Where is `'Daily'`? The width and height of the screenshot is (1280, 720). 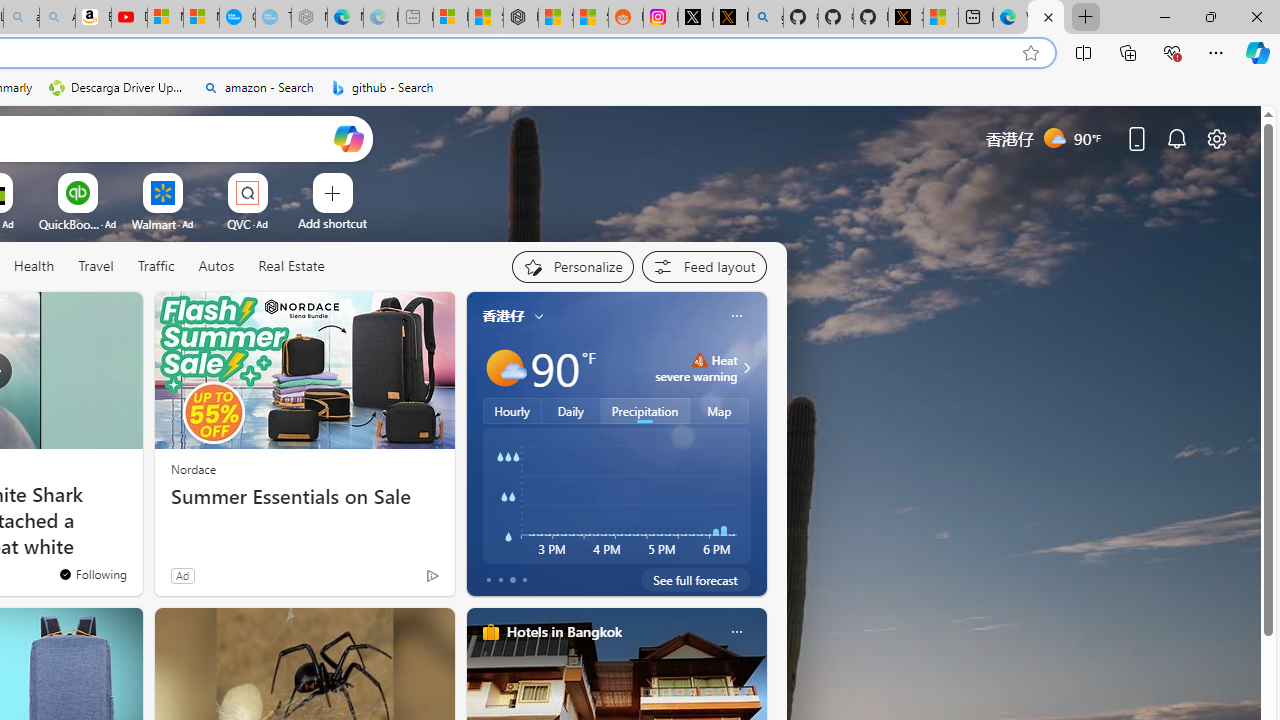
'Daily' is located at coordinates (570, 410).